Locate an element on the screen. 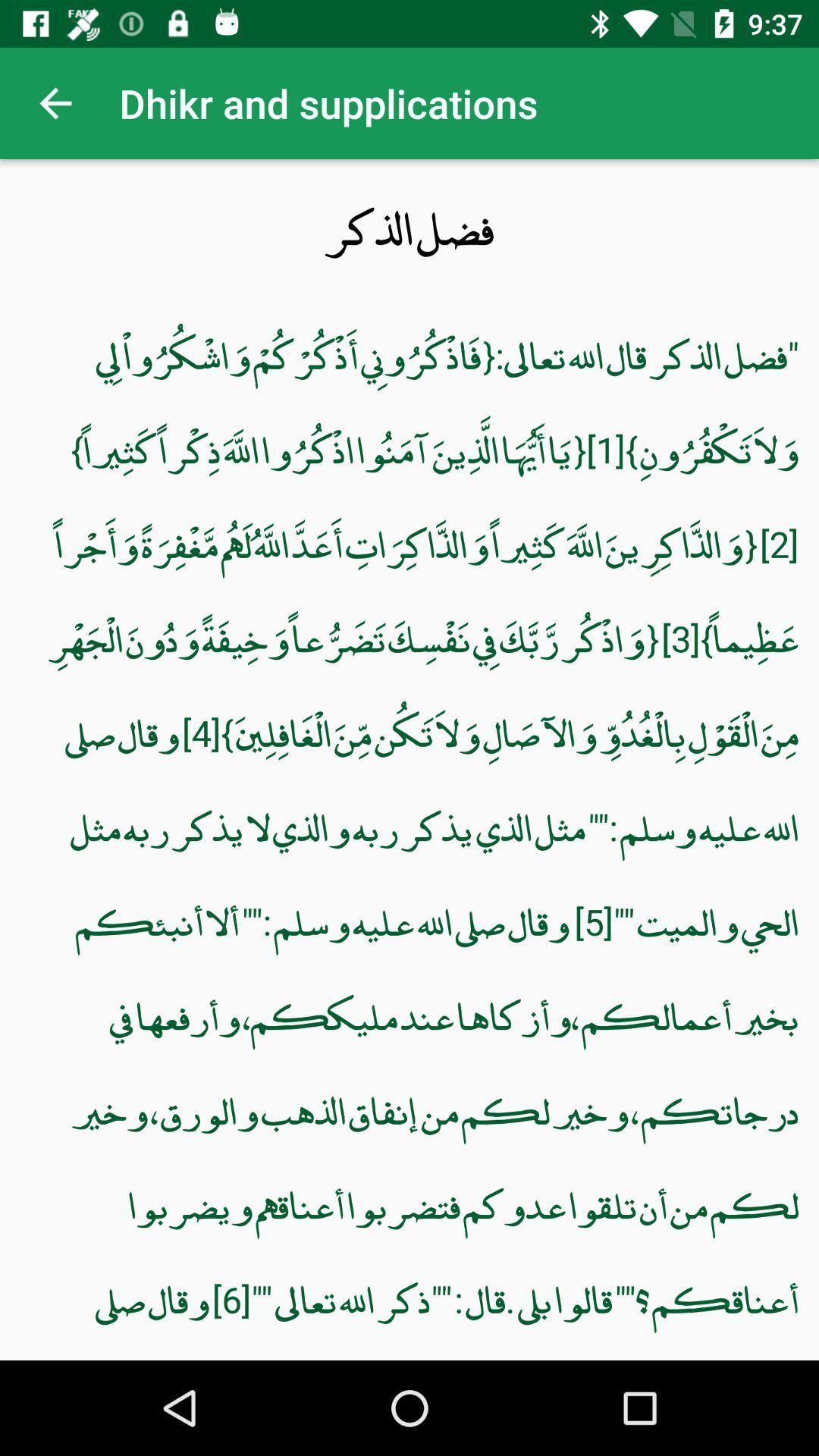 This screenshot has width=819, height=1456. the item to the left of the dhikr and supplications icon is located at coordinates (55, 102).